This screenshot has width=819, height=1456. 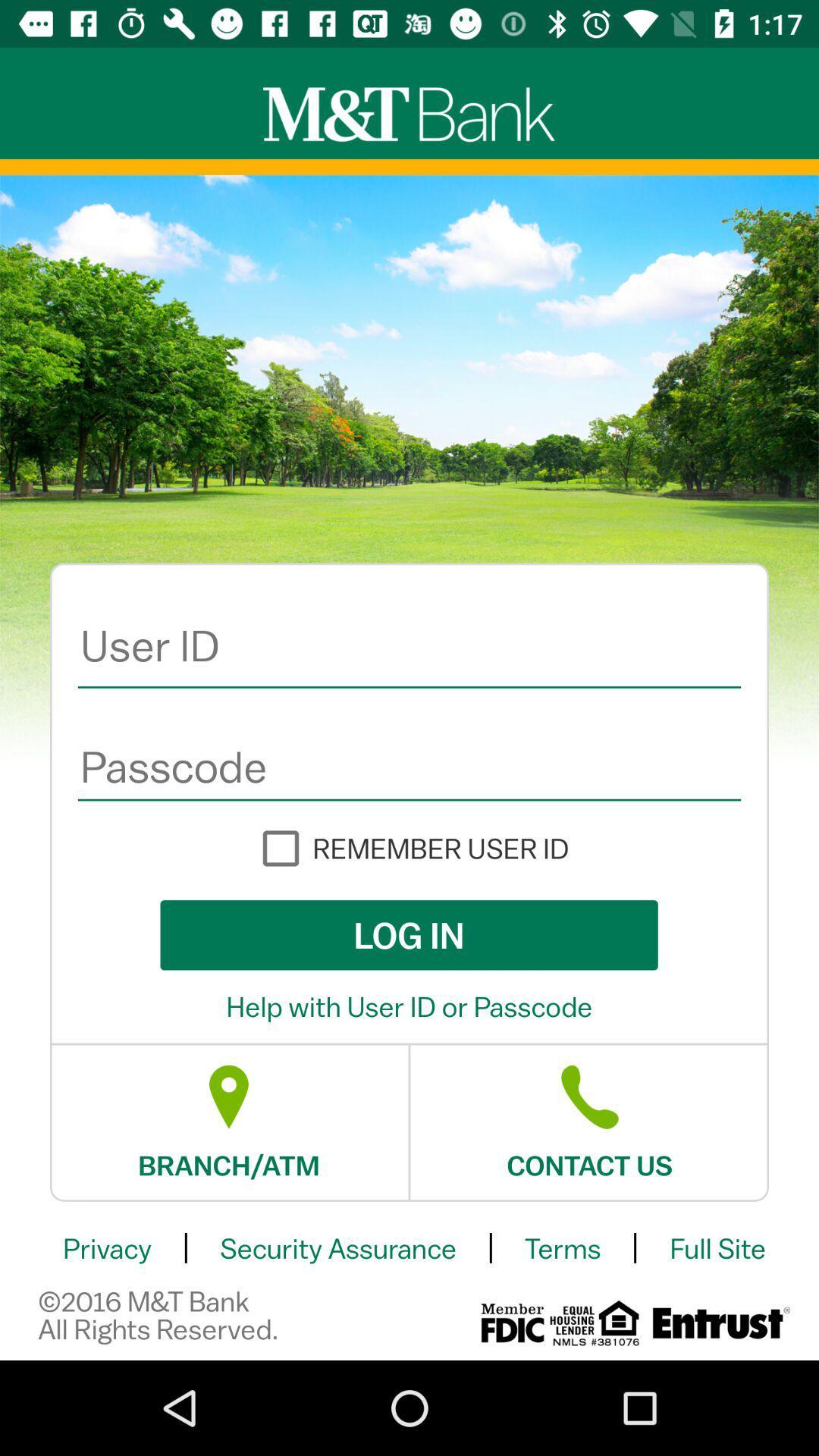 What do you see at coordinates (563, 1248) in the screenshot?
I see `terms` at bounding box center [563, 1248].